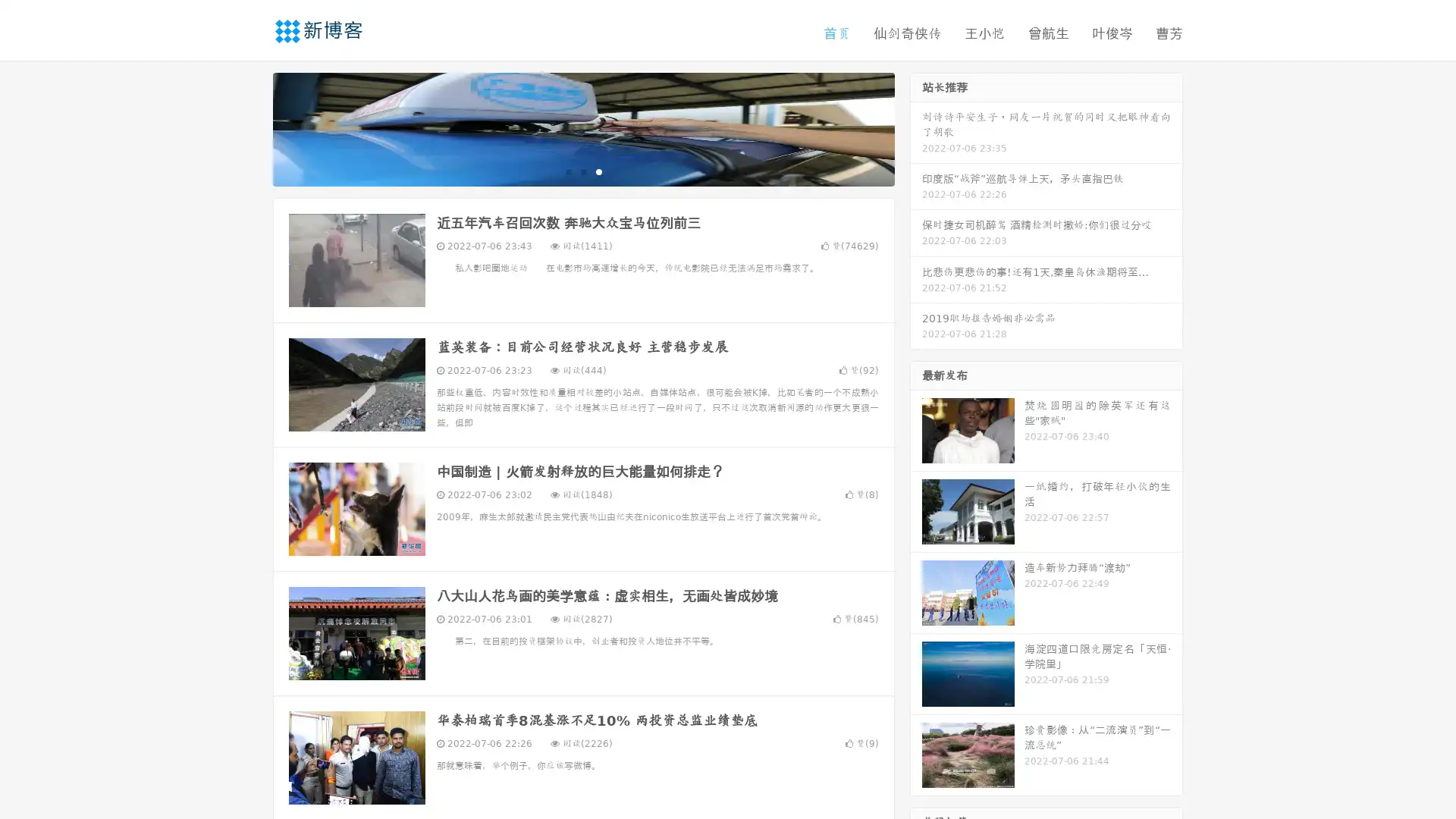 Image resolution: width=1456 pixels, height=819 pixels. I want to click on Next slide, so click(916, 127).